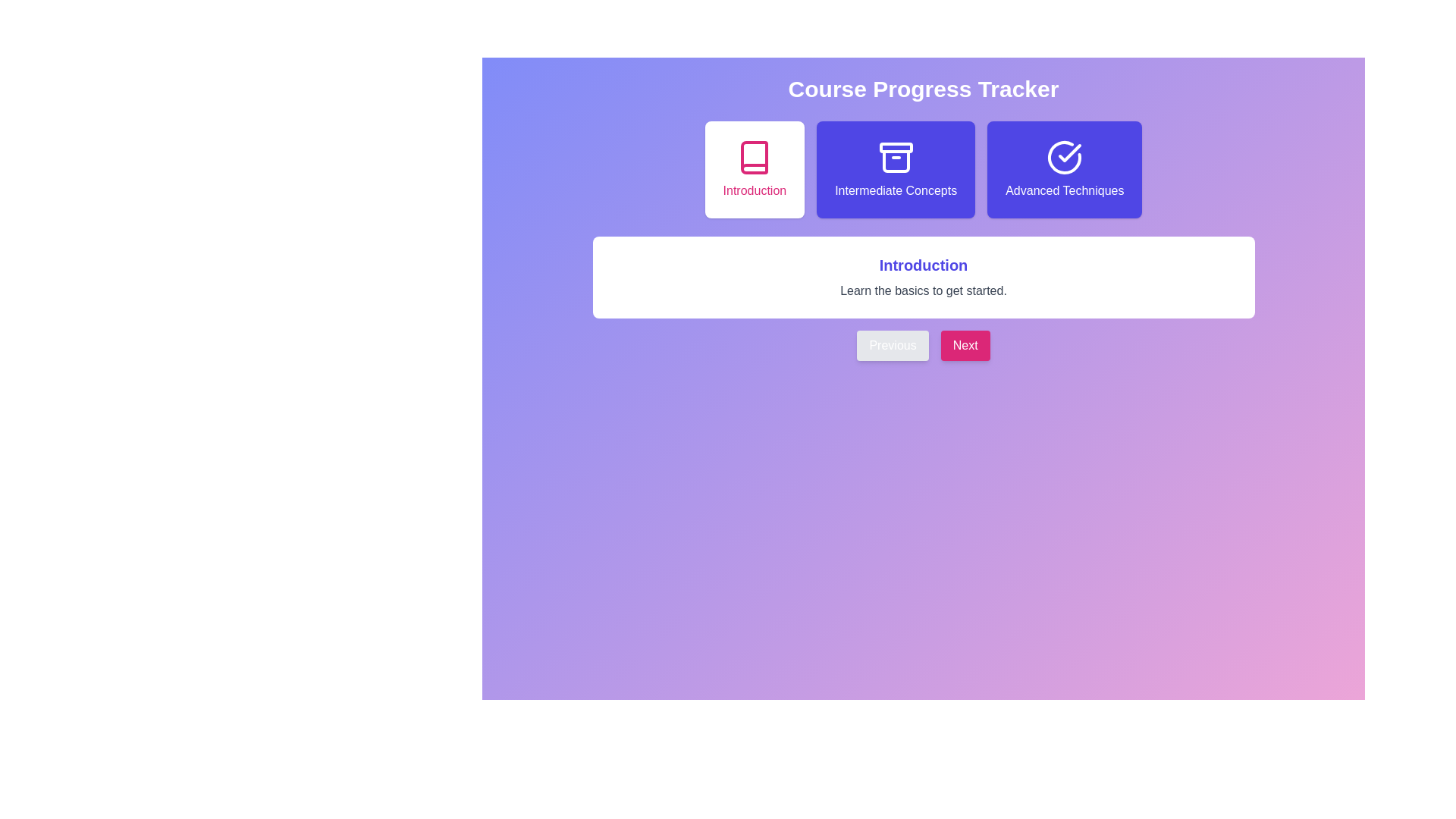 Image resolution: width=1456 pixels, height=819 pixels. Describe the element at coordinates (965, 345) in the screenshot. I see `the 'Next' button to navigate to the next module` at that location.